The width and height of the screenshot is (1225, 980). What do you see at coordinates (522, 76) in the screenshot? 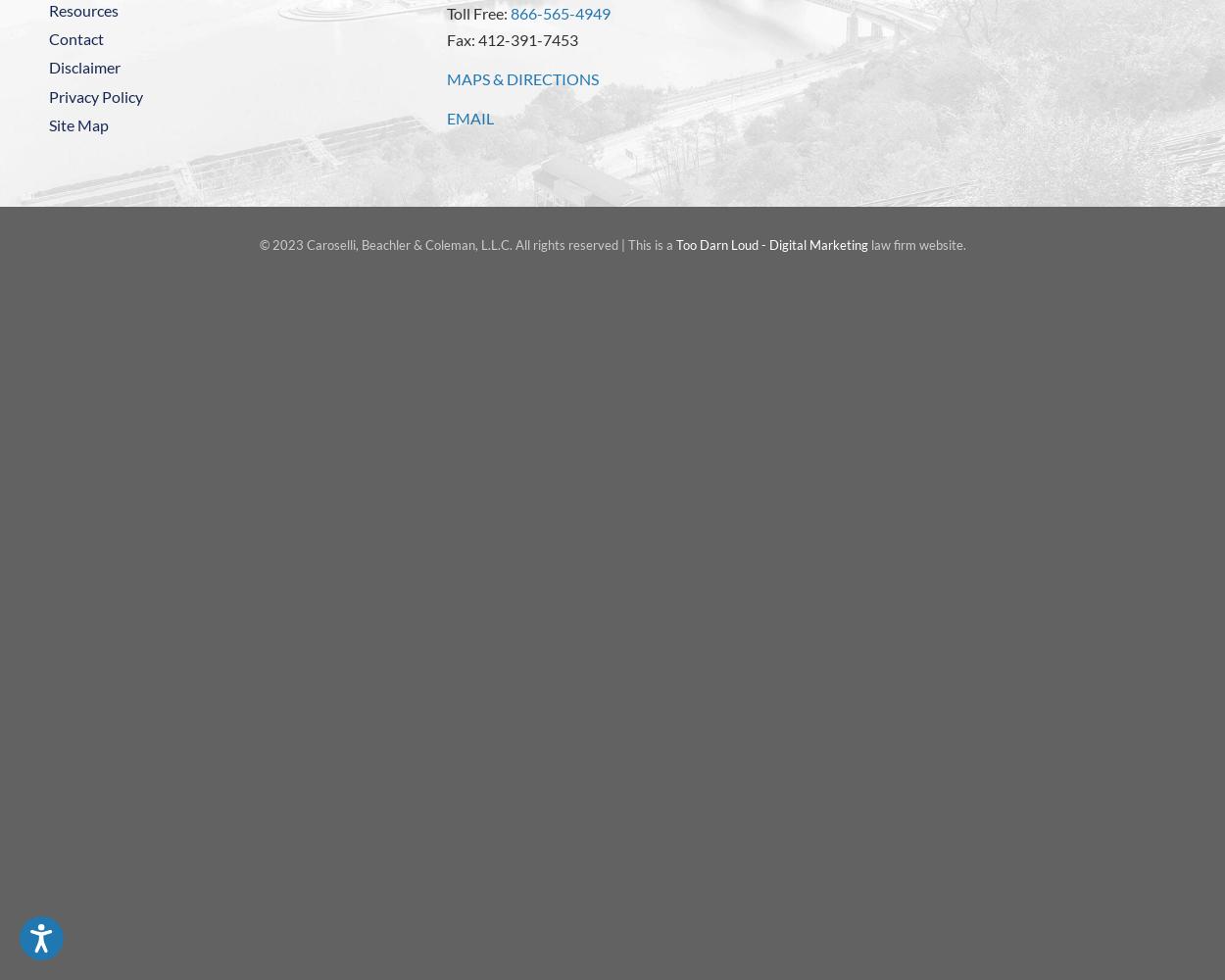
I see `'MAPS & DIRECTIONS'` at bounding box center [522, 76].